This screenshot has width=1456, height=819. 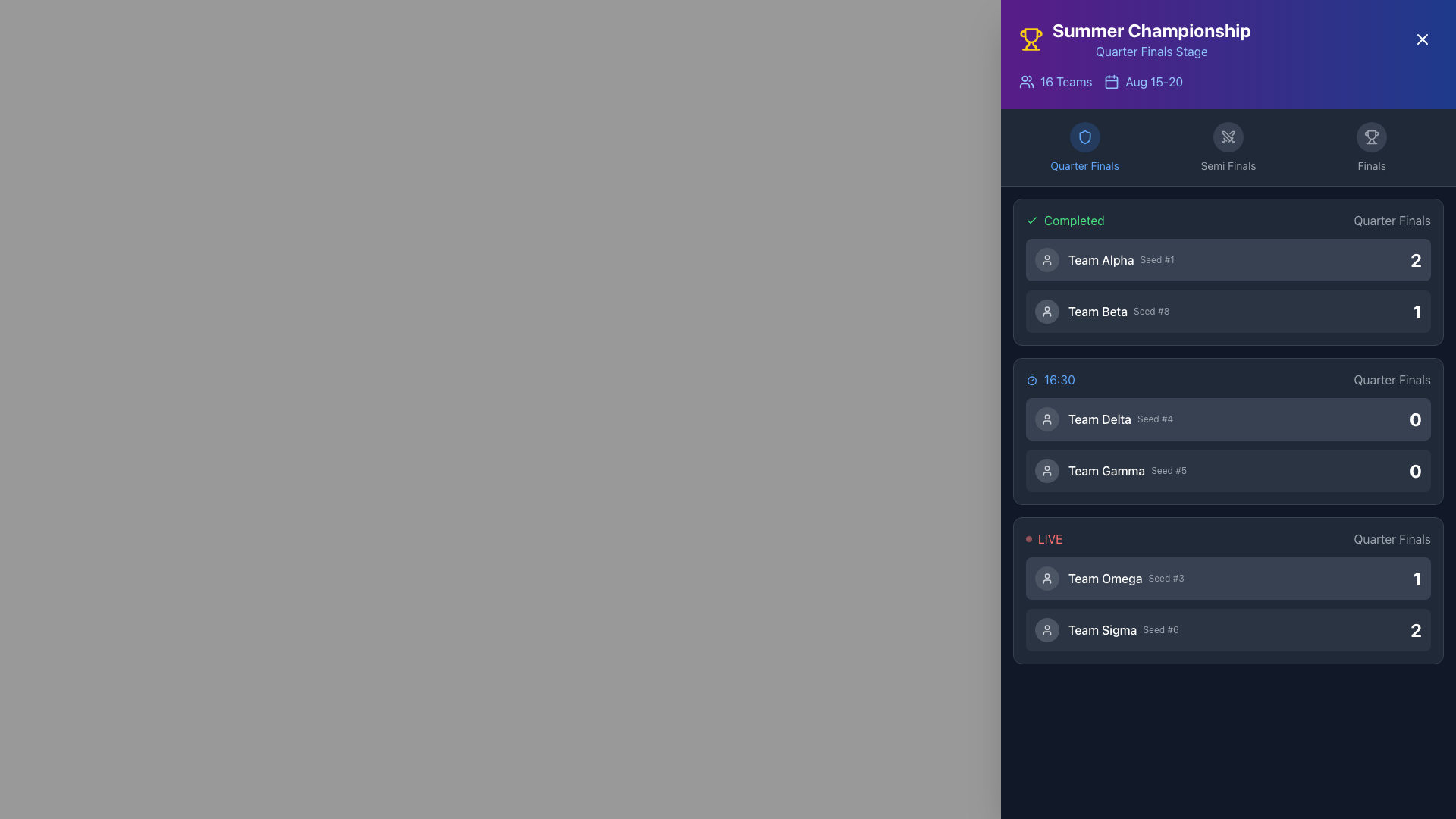 I want to click on the small text label displaying 'Seed #1' that is located immediately to the right of 'Team Alpha' in the Completed section, so click(x=1156, y=259).